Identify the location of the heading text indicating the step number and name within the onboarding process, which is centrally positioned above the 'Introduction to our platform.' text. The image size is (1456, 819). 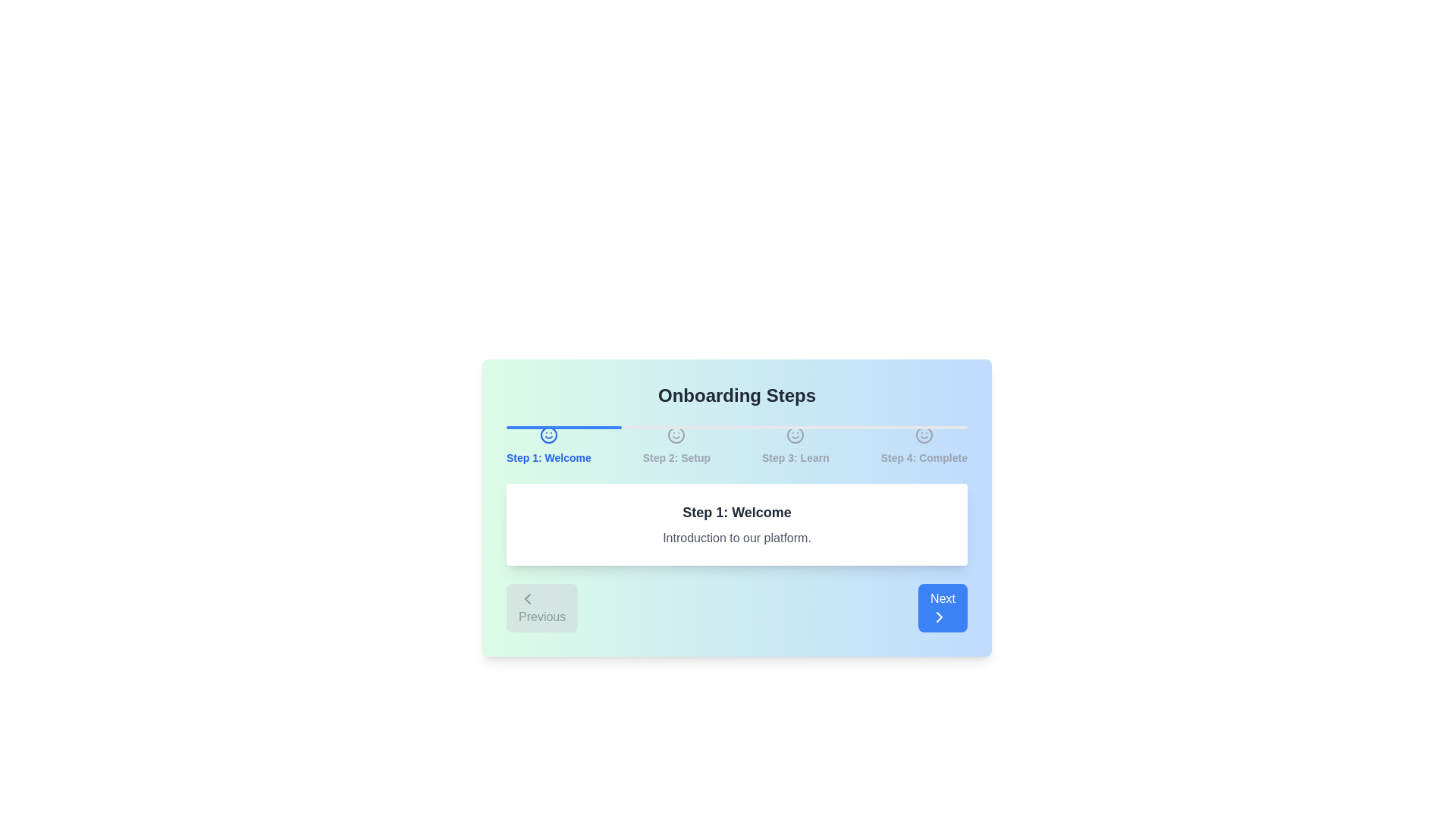
(736, 512).